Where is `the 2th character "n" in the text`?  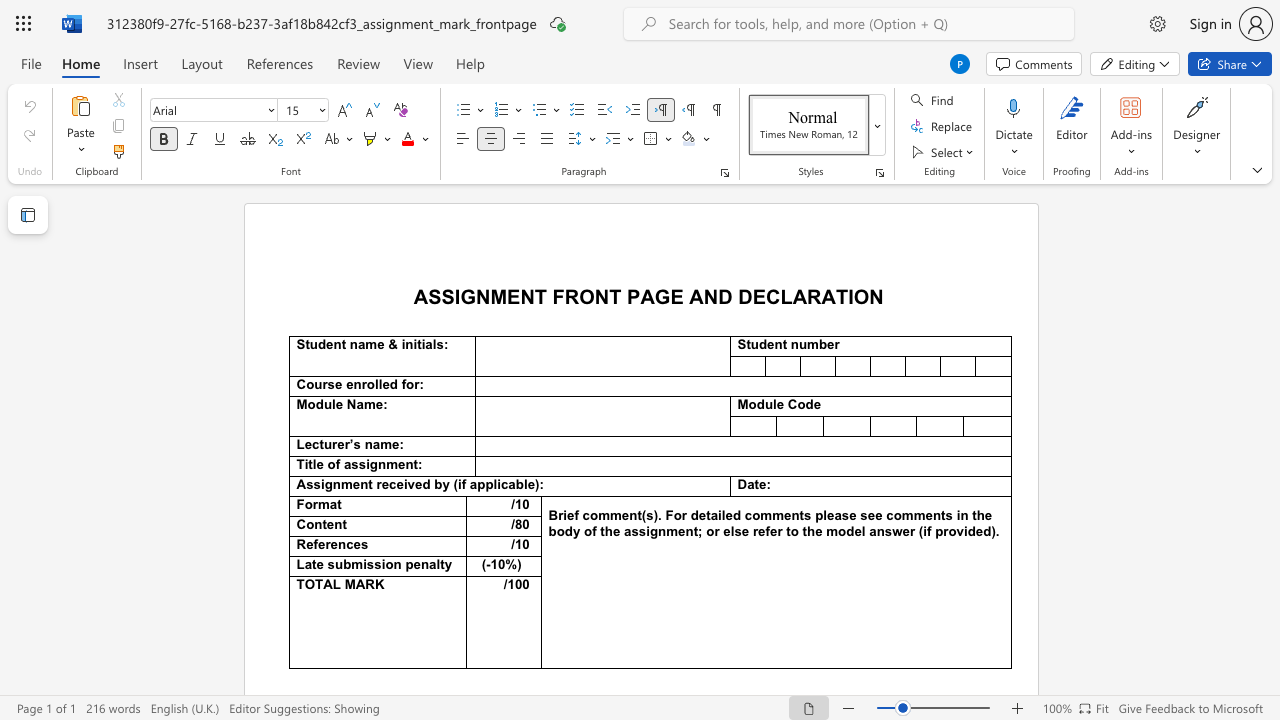 the 2th character "n" in the text is located at coordinates (353, 343).